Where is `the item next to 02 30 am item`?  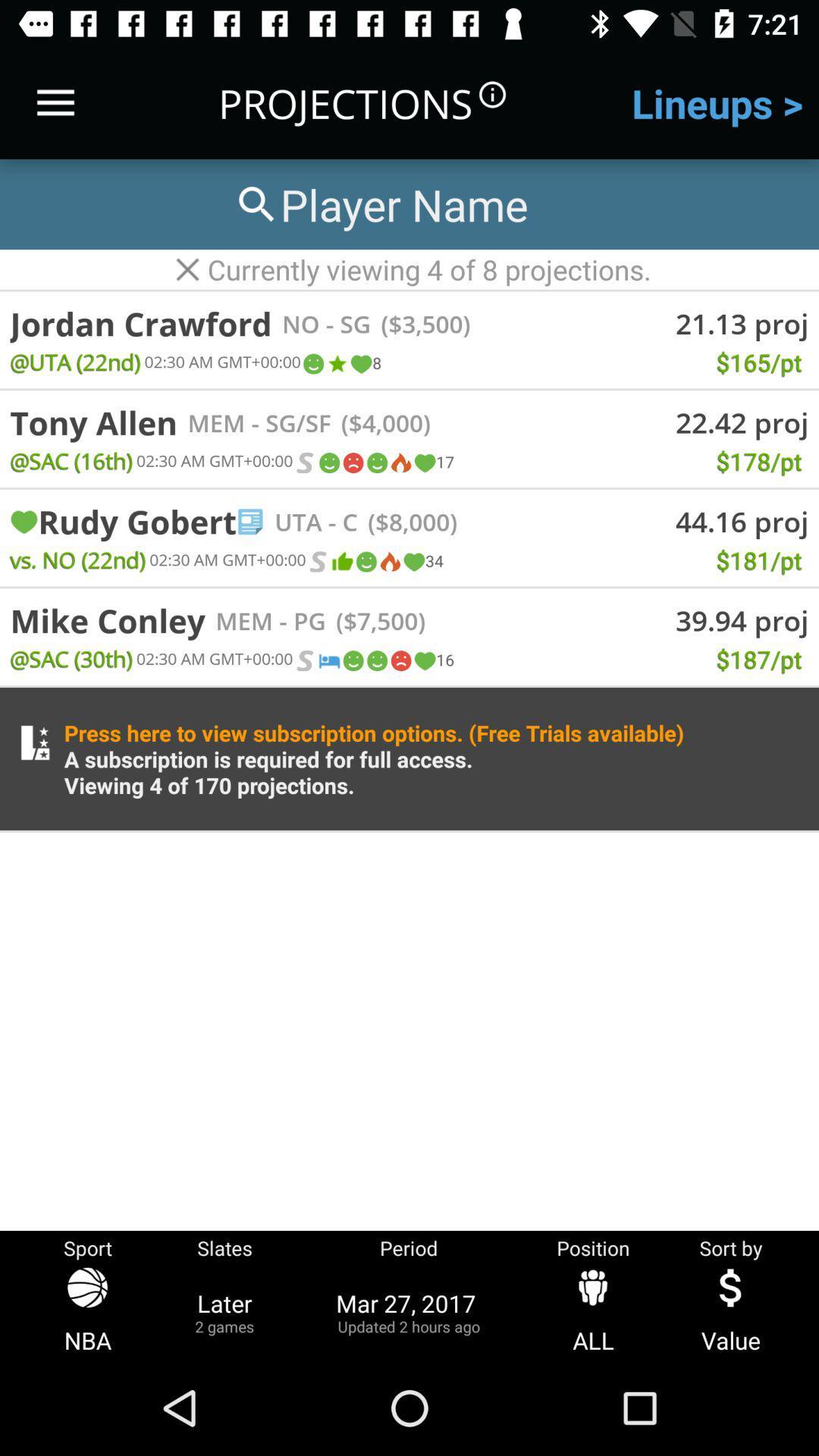
the item next to 02 30 am item is located at coordinates (317, 560).